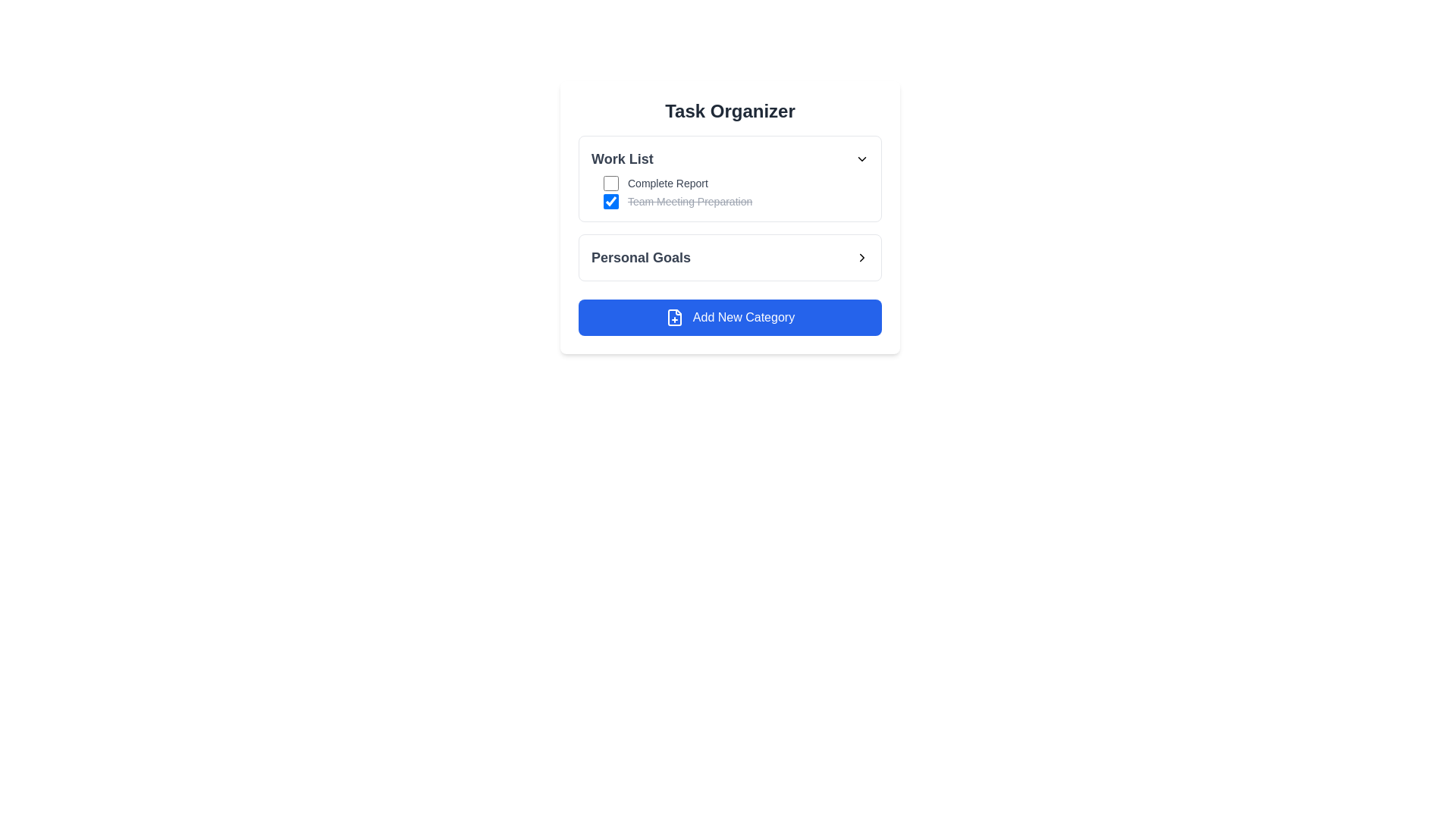 This screenshot has height=819, width=1456. I want to click on the first task item in the 'Work List' section, so click(730, 192).